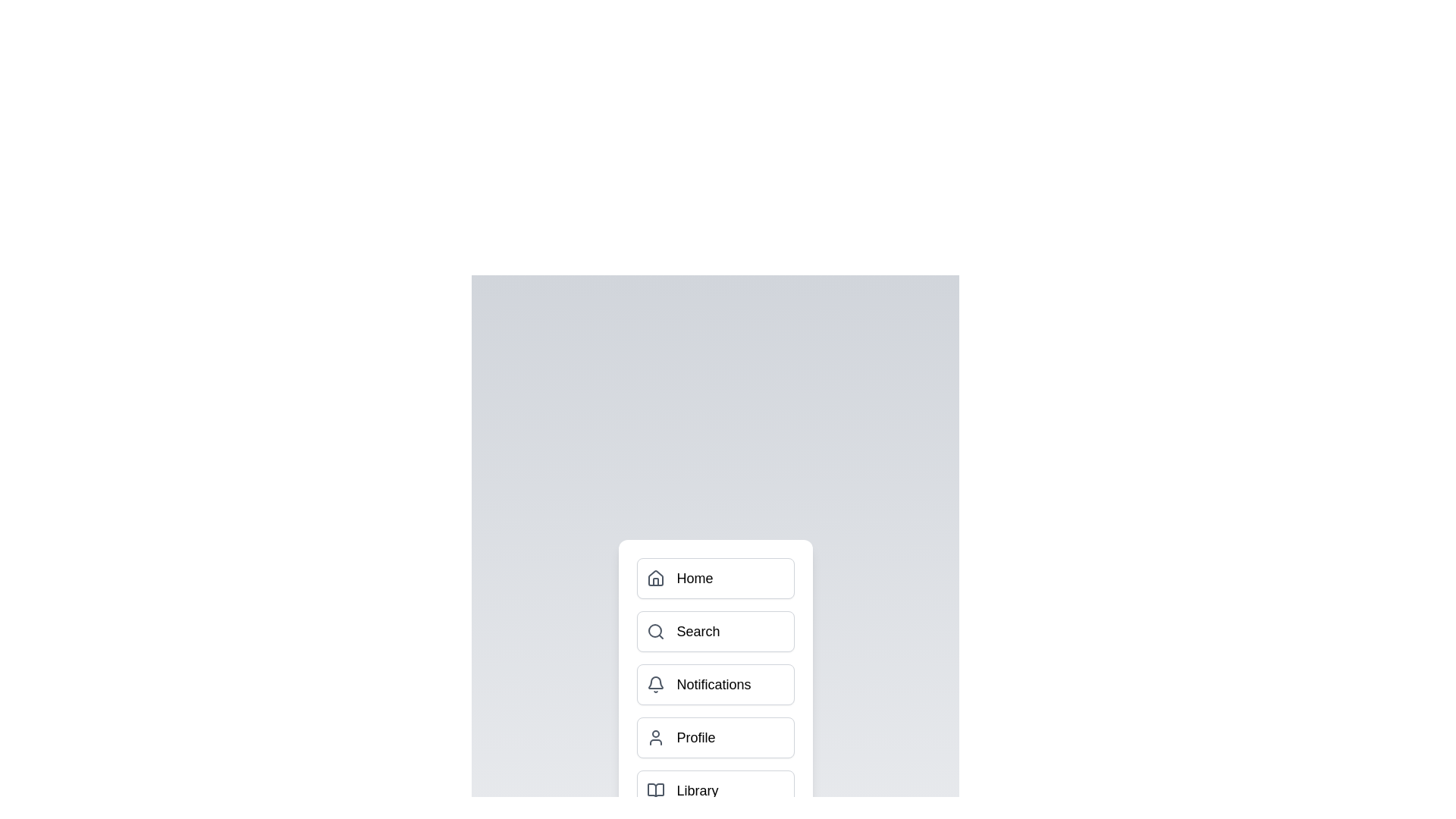 This screenshot has width=1456, height=819. I want to click on the menu item Search, so click(714, 632).